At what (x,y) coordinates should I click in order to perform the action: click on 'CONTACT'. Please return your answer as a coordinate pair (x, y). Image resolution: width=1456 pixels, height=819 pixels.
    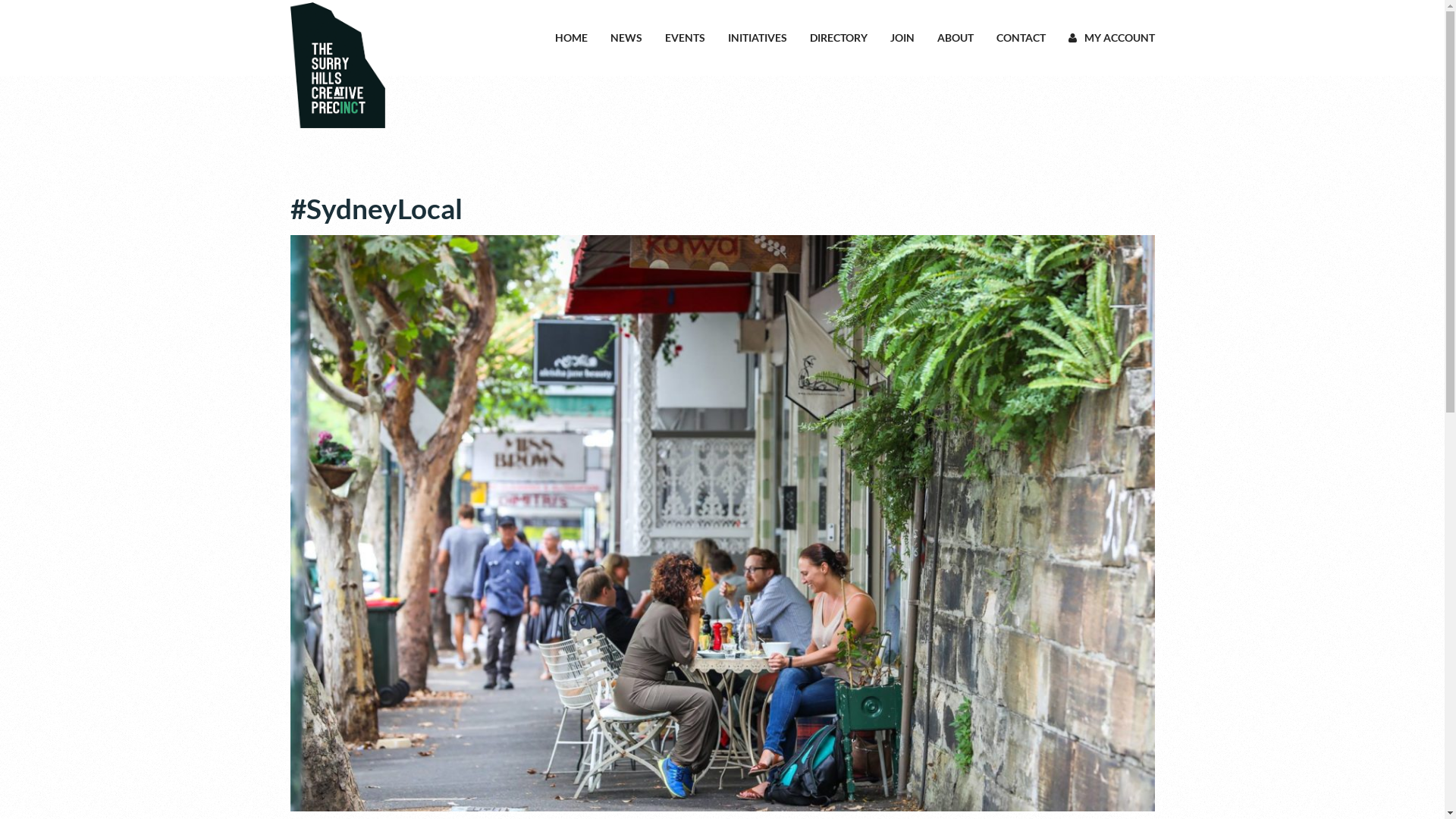
    Looking at the image, I should click on (1021, 37).